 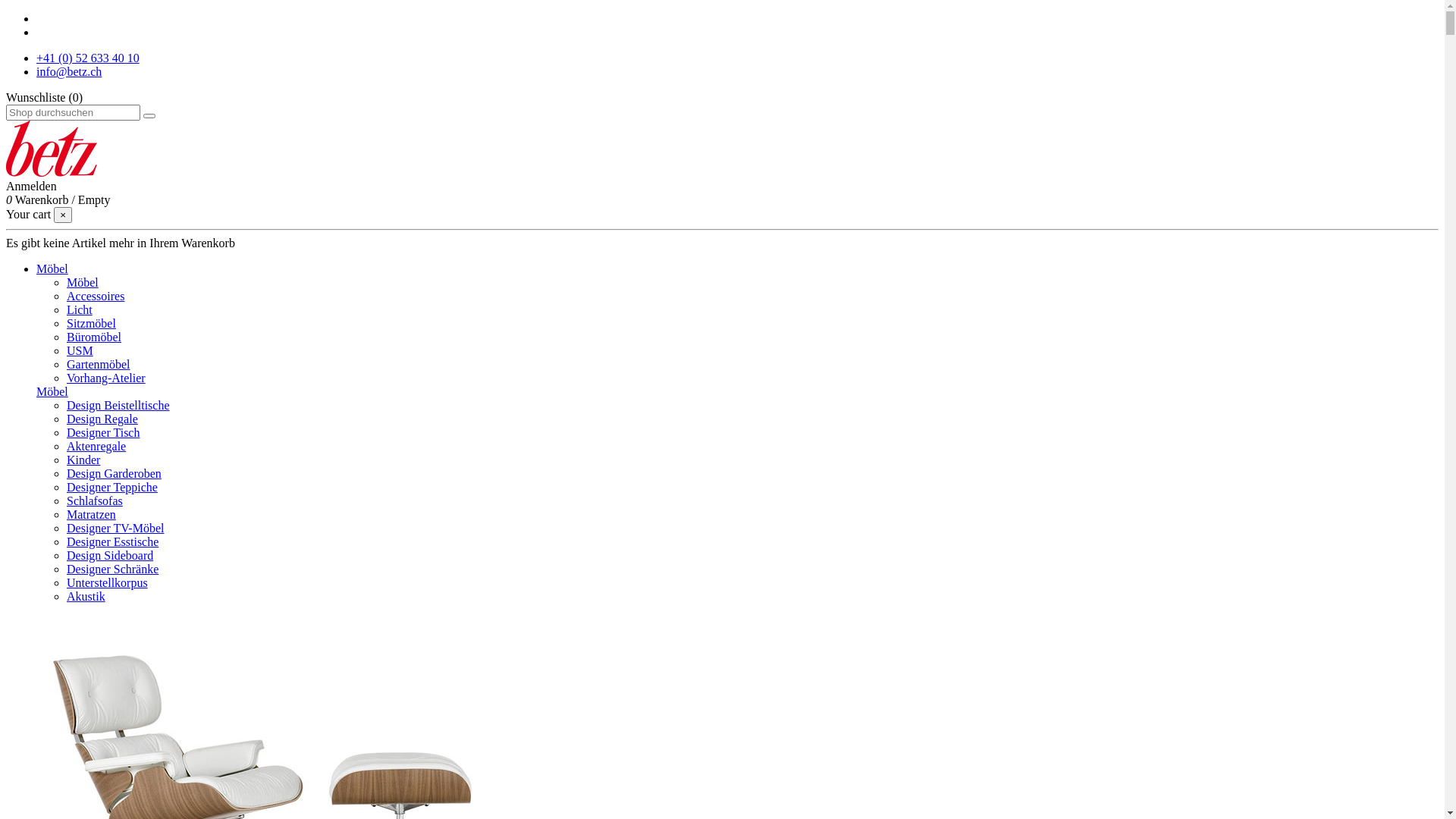 I want to click on '+41 (0) 52 633 40 10', so click(x=86, y=57).